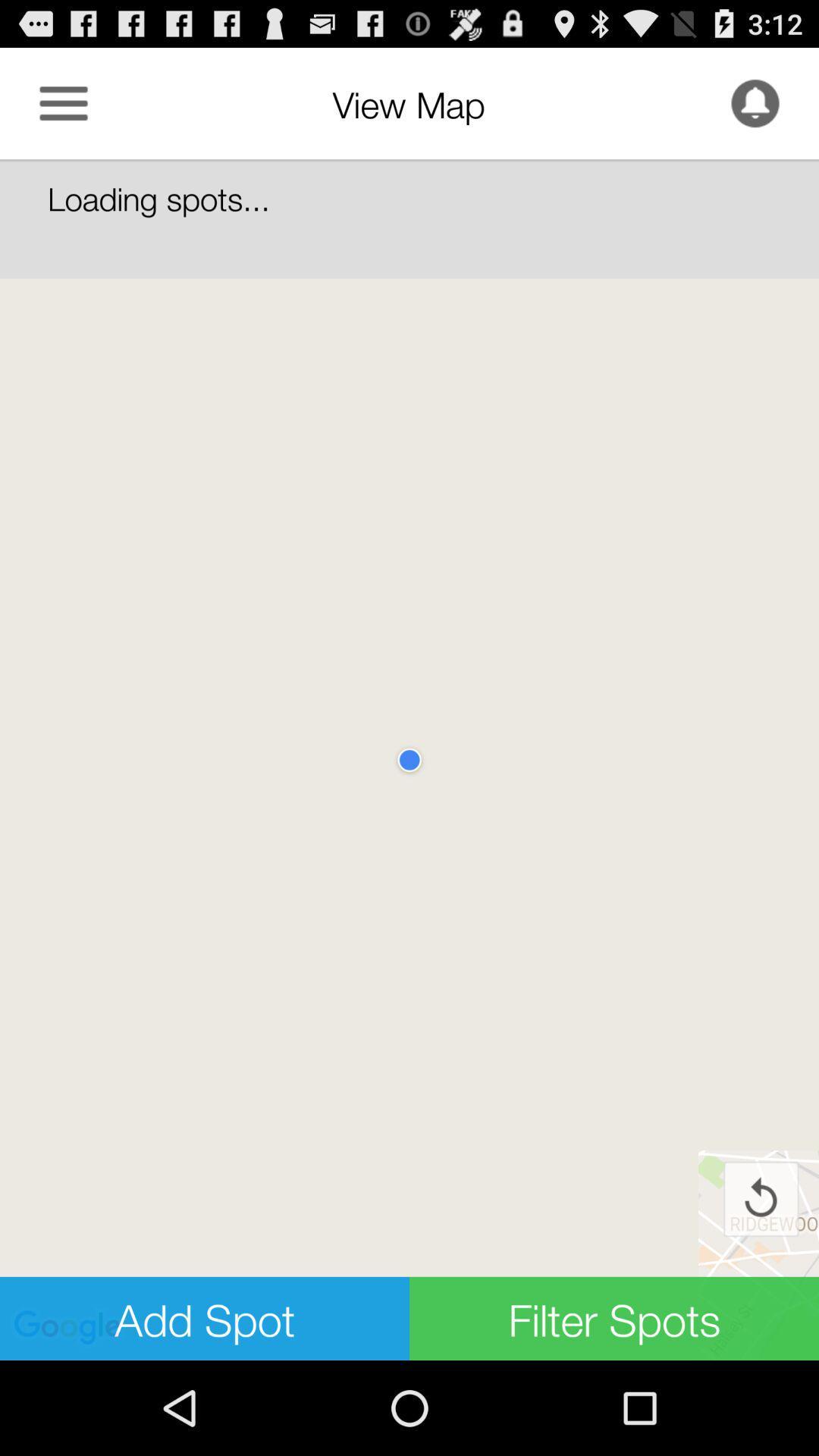  What do you see at coordinates (63, 110) in the screenshot?
I see `the menu icon` at bounding box center [63, 110].